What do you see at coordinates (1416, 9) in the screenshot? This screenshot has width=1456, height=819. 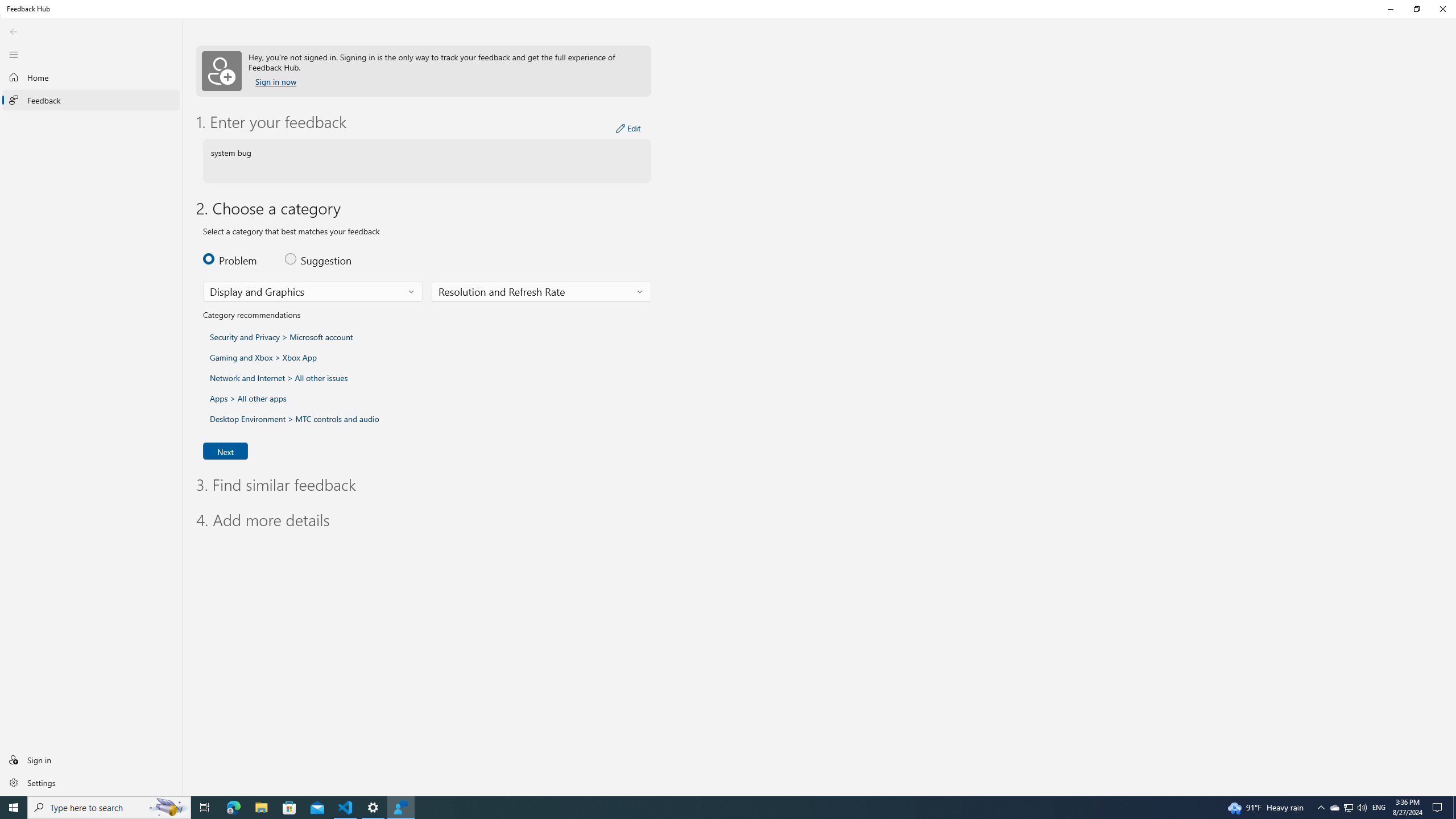 I see `'Restore Feedback Hub'` at bounding box center [1416, 9].